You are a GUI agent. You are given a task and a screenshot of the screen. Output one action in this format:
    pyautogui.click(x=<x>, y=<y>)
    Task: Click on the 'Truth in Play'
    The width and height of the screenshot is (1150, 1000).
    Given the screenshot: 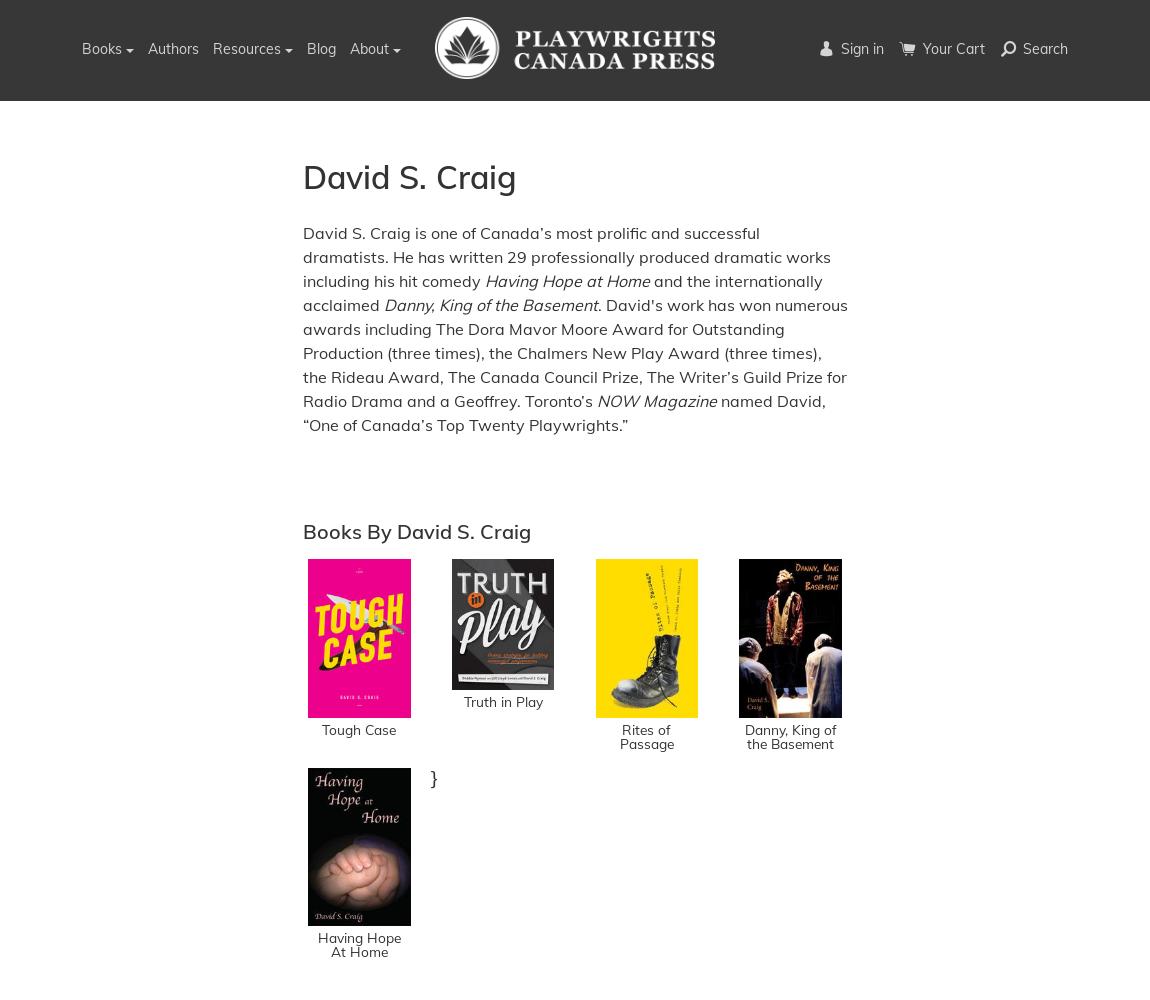 What is the action you would take?
    pyautogui.click(x=502, y=700)
    